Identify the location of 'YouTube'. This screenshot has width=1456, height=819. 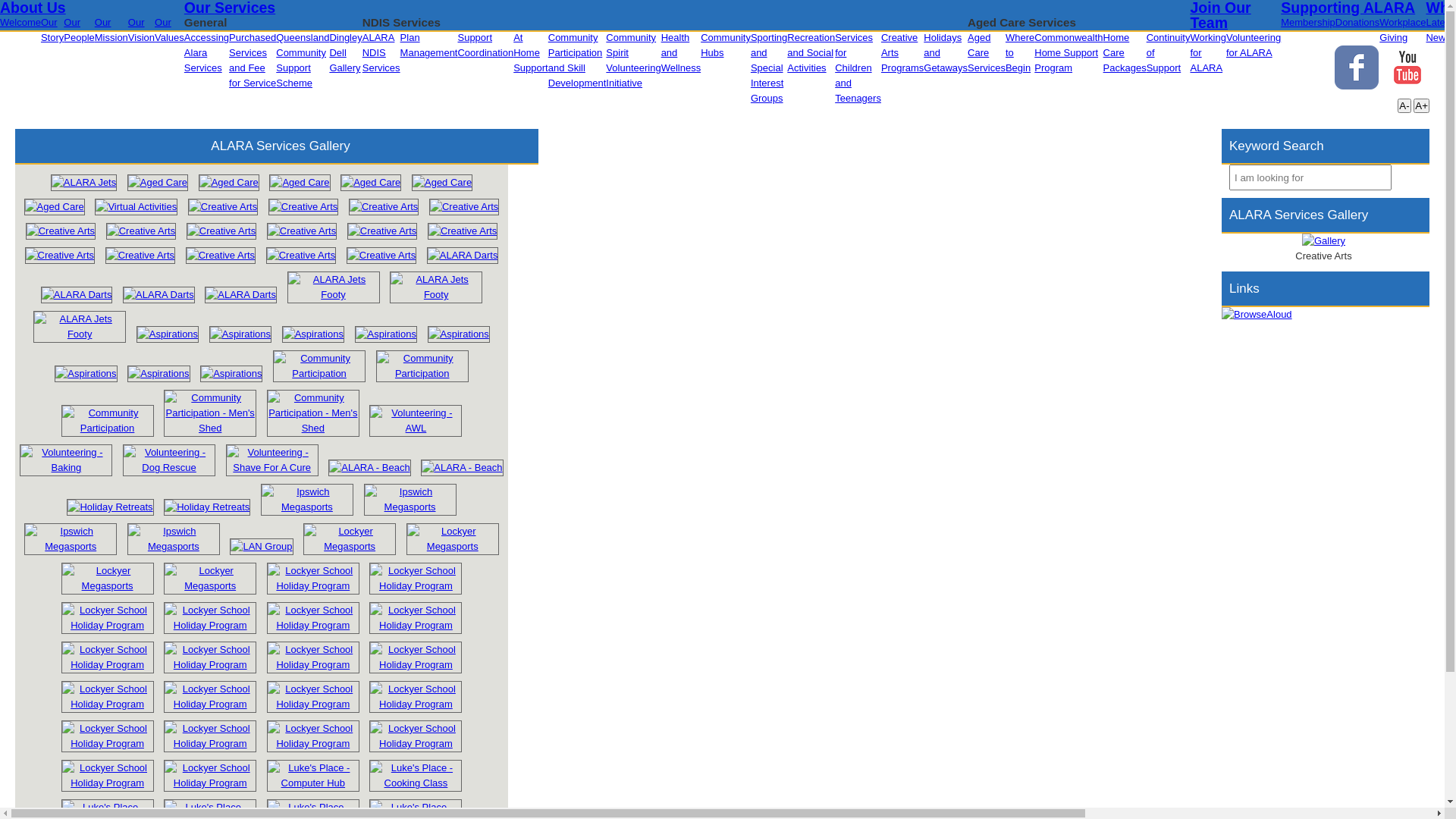
(1407, 66).